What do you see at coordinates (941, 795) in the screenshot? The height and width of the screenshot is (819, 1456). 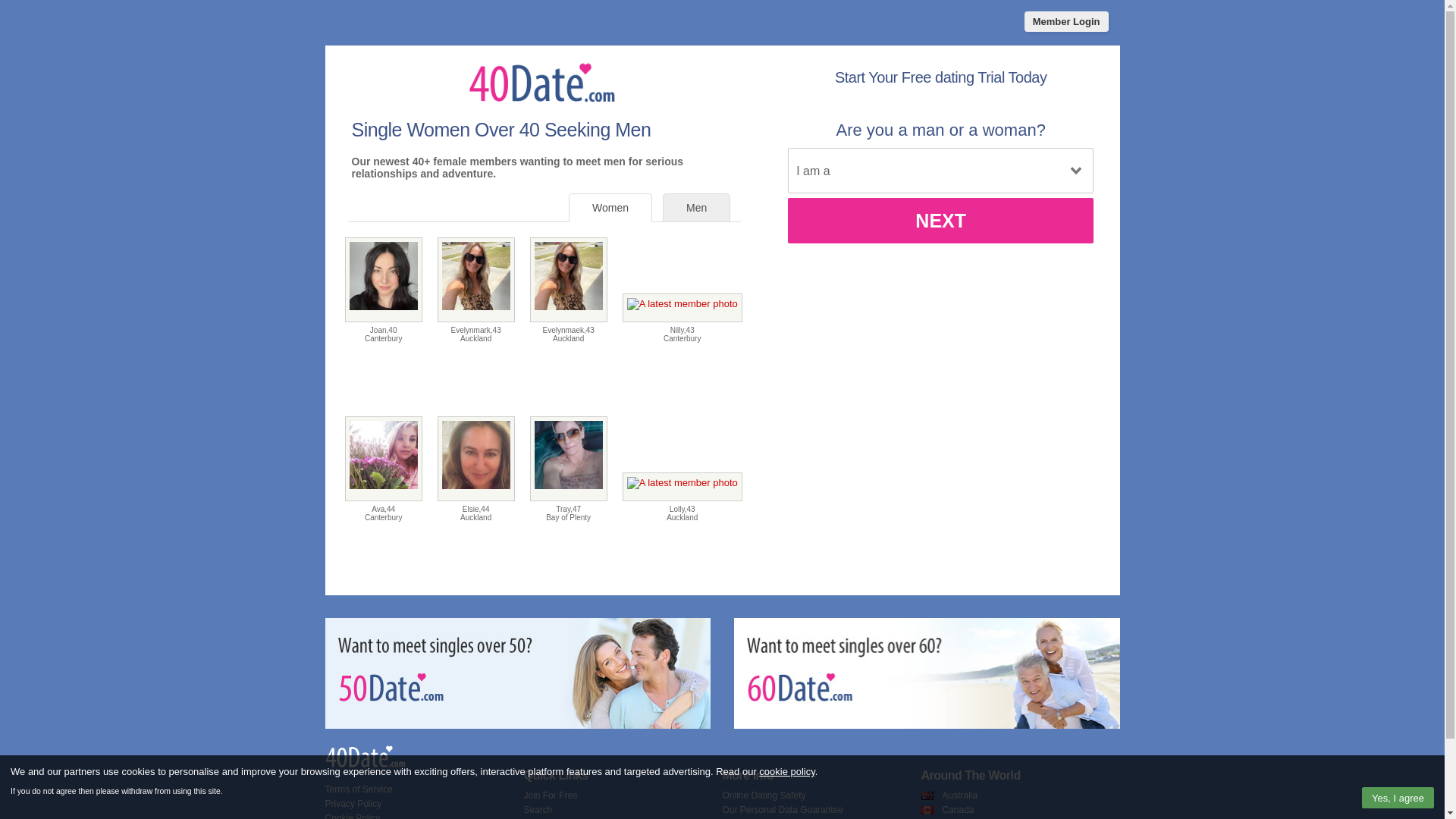 I see `'Australia'` at bounding box center [941, 795].